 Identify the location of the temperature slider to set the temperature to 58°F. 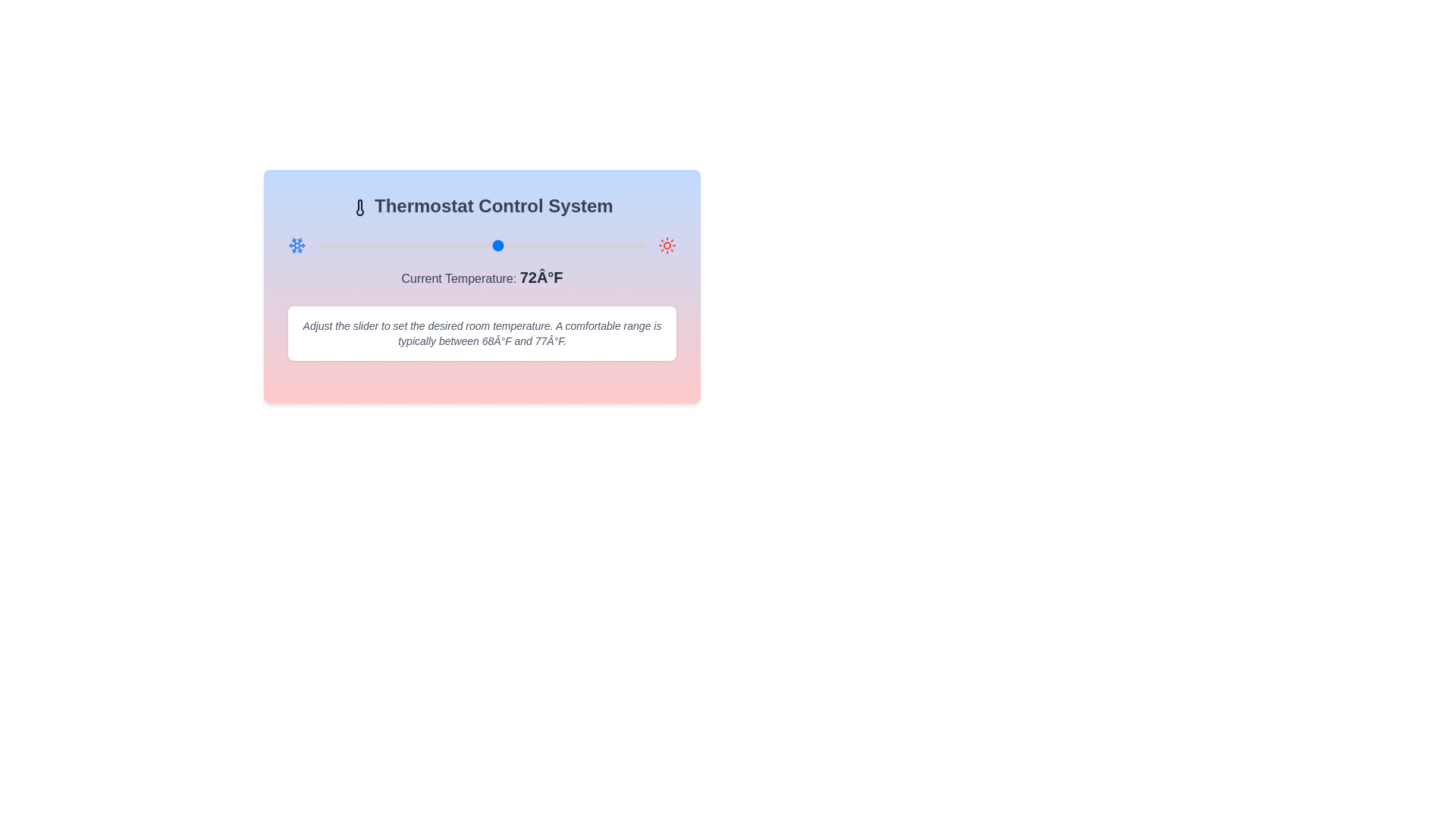
(384, 245).